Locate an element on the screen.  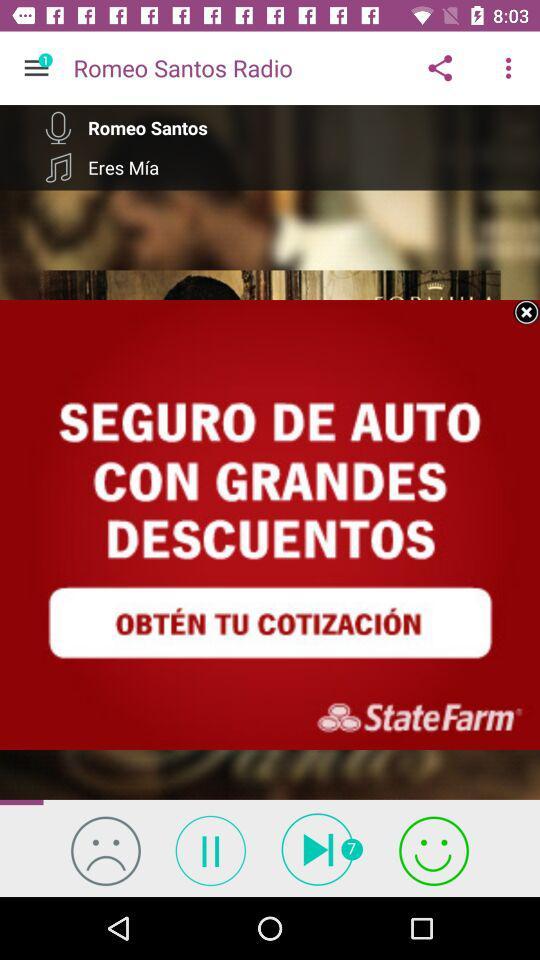
the emoji icon is located at coordinates (105, 849).